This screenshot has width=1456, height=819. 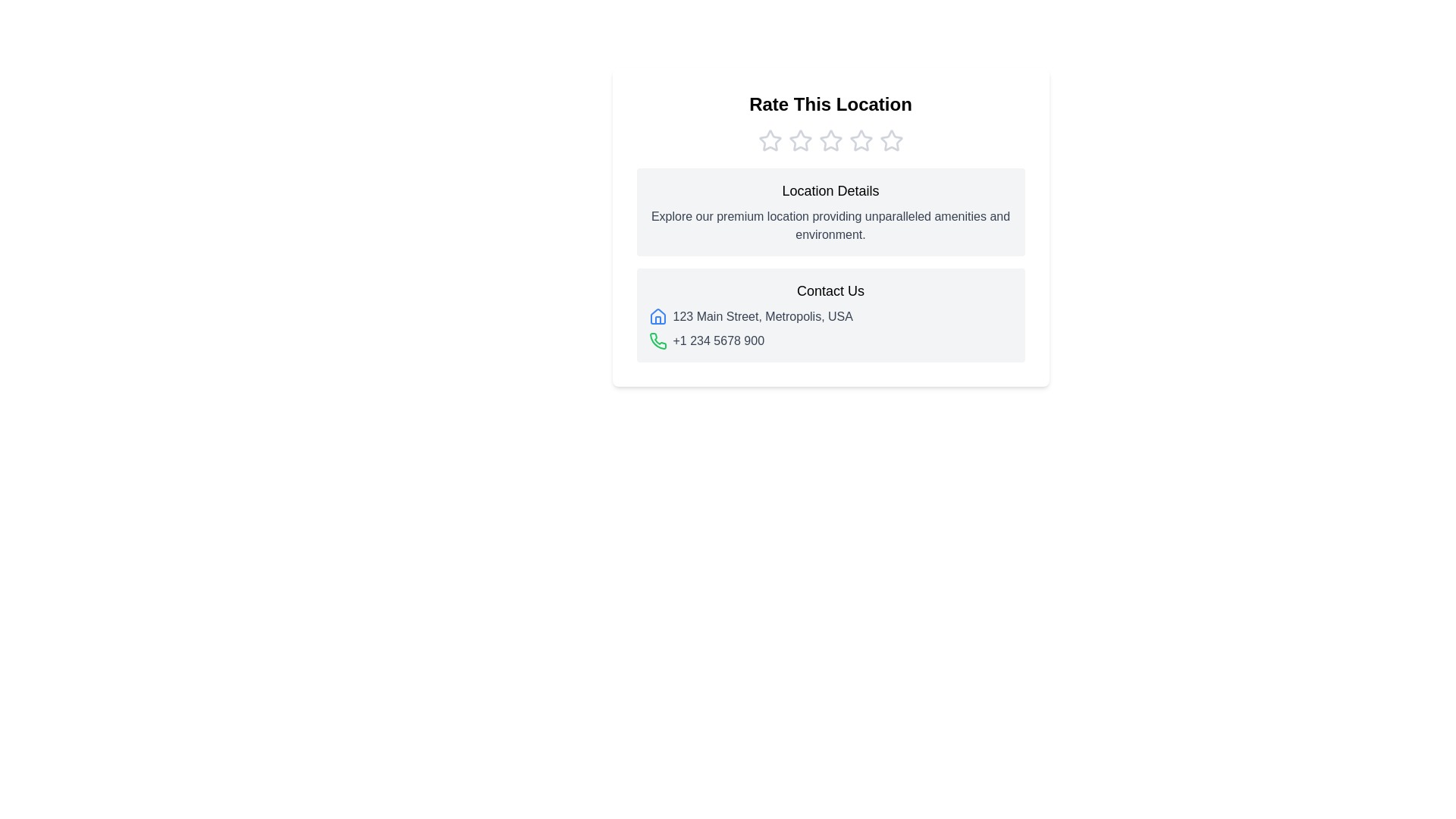 What do you see at coordinates (891, 140) in the screenshot?
I see `the sixth star icon for accessibility navigation in the 'Rate This Location' feature` at bounding box center [891, 140].